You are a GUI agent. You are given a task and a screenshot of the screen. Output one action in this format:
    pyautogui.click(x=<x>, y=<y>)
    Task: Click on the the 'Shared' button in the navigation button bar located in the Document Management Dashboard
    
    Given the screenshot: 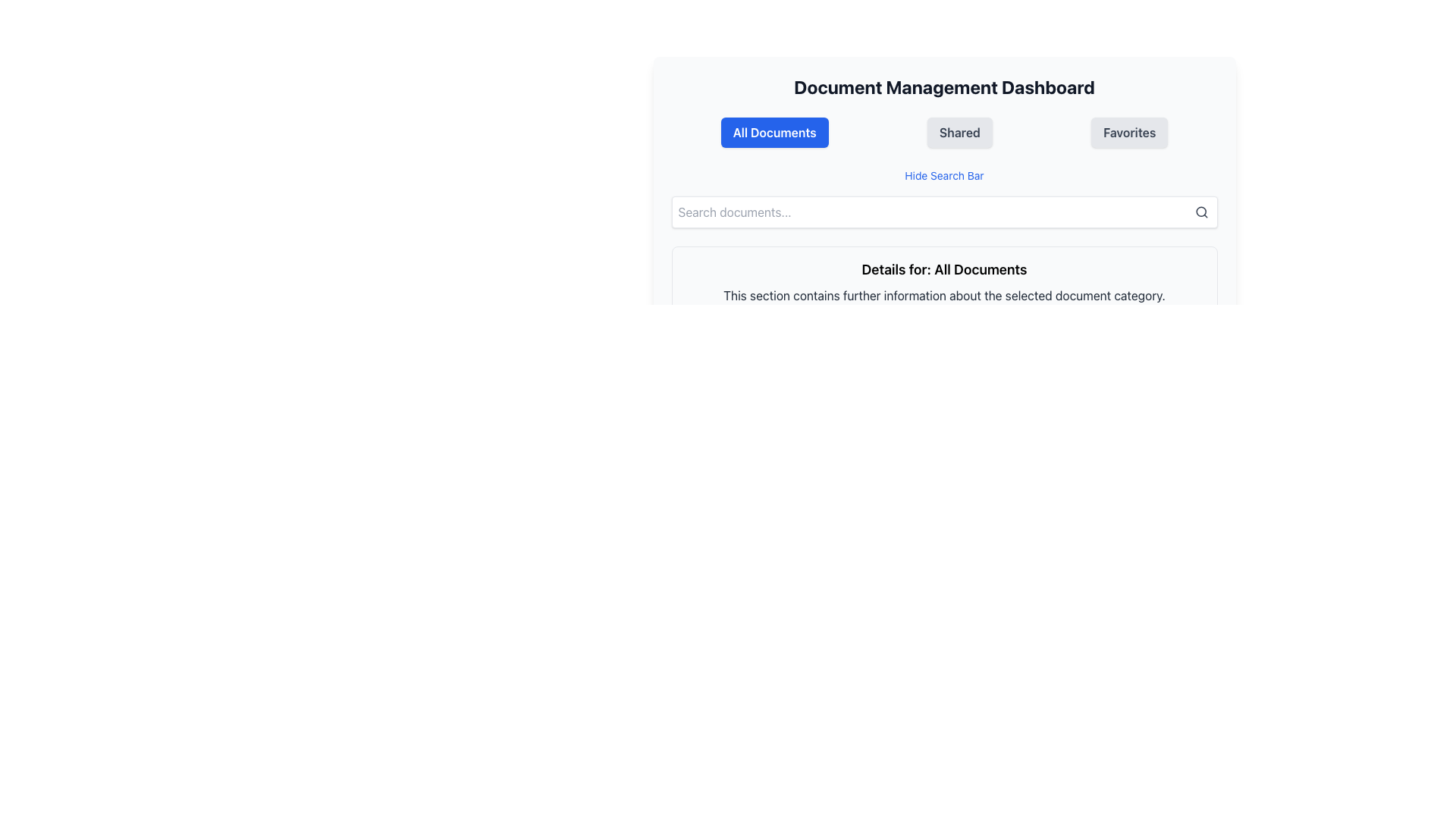 What is the action you would take?
    pyautogui.click(x=943, y=131)
    